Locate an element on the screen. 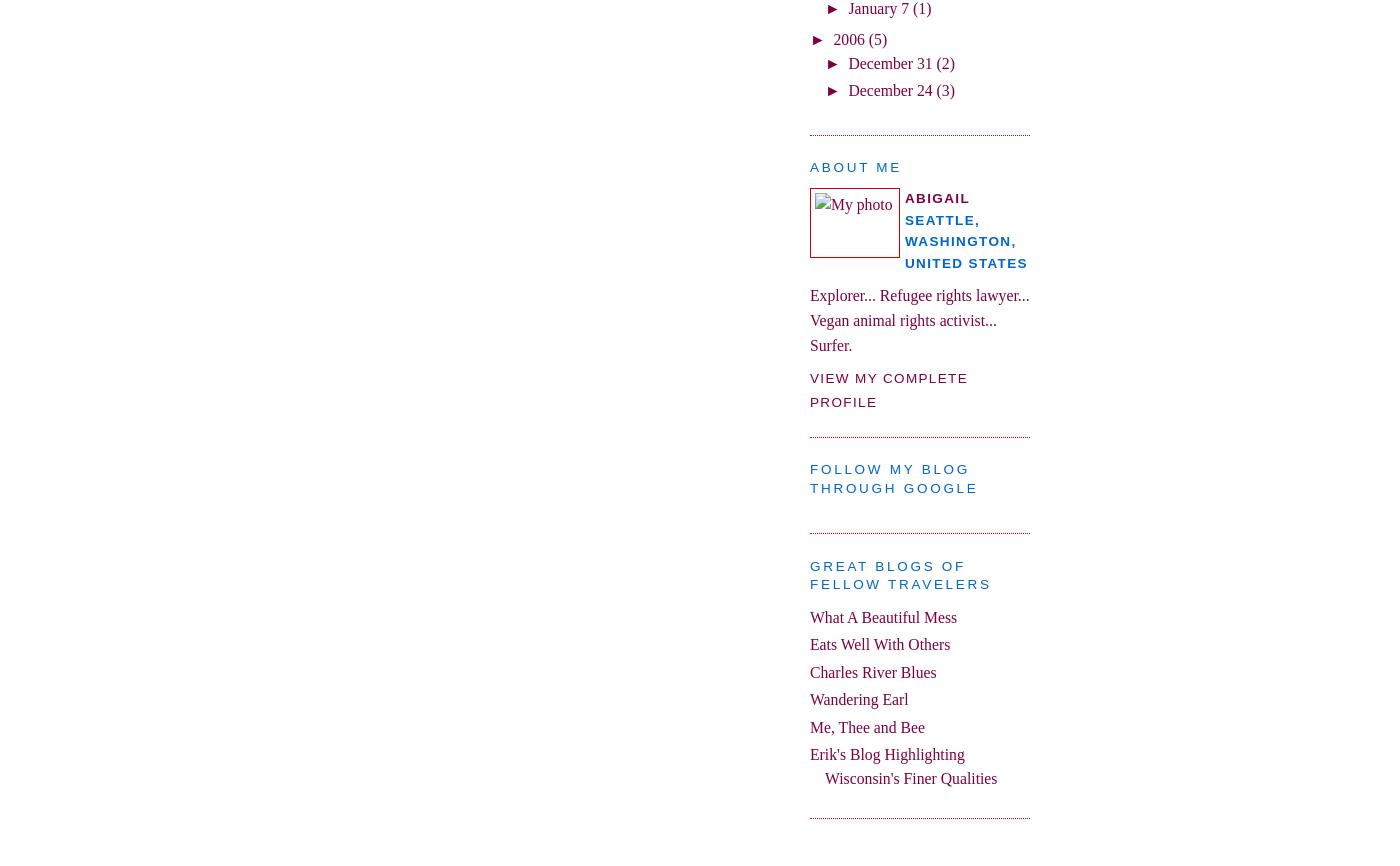  'Me, Thee and Bee' is located at coordinates (867, 725).